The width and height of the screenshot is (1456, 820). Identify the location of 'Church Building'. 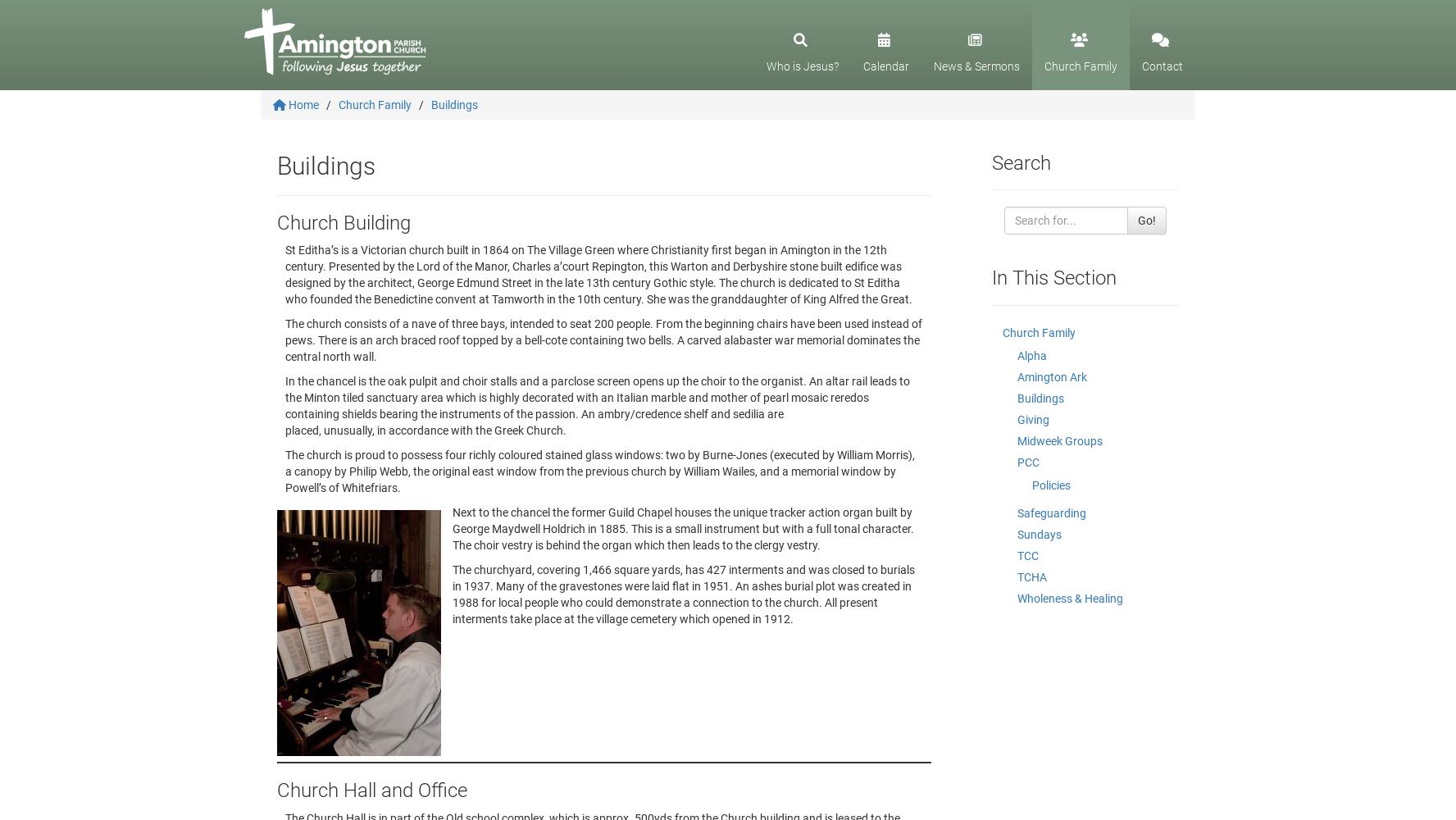
(344, 223).